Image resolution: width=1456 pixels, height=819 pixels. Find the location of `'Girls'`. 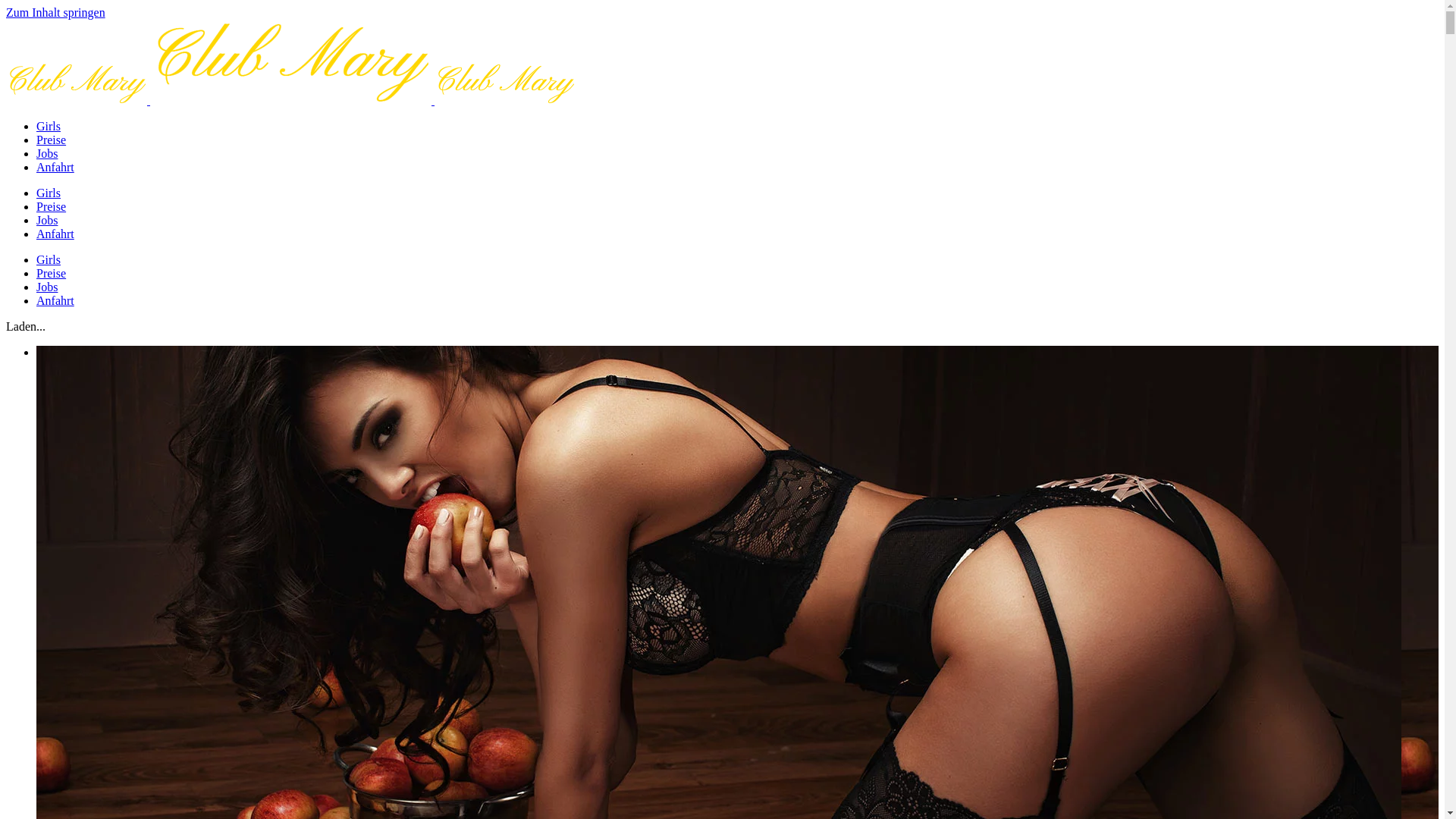

'Girls' is located at coordinates (48, 125).